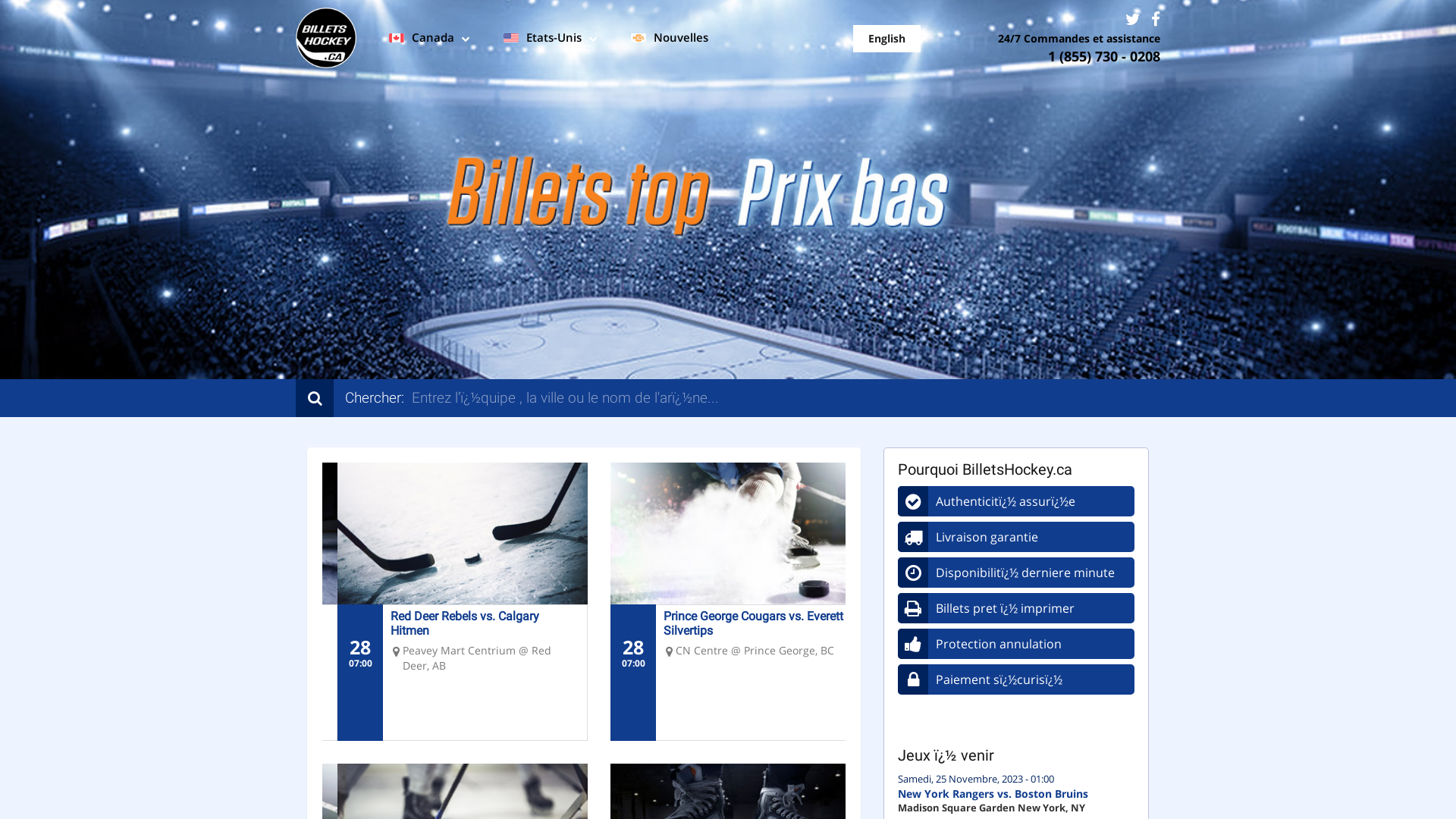  Describe the element at coordinates (993, 792) in the screenshot. I see `'New York Rangers vs. Boston Bruins'` at that location.